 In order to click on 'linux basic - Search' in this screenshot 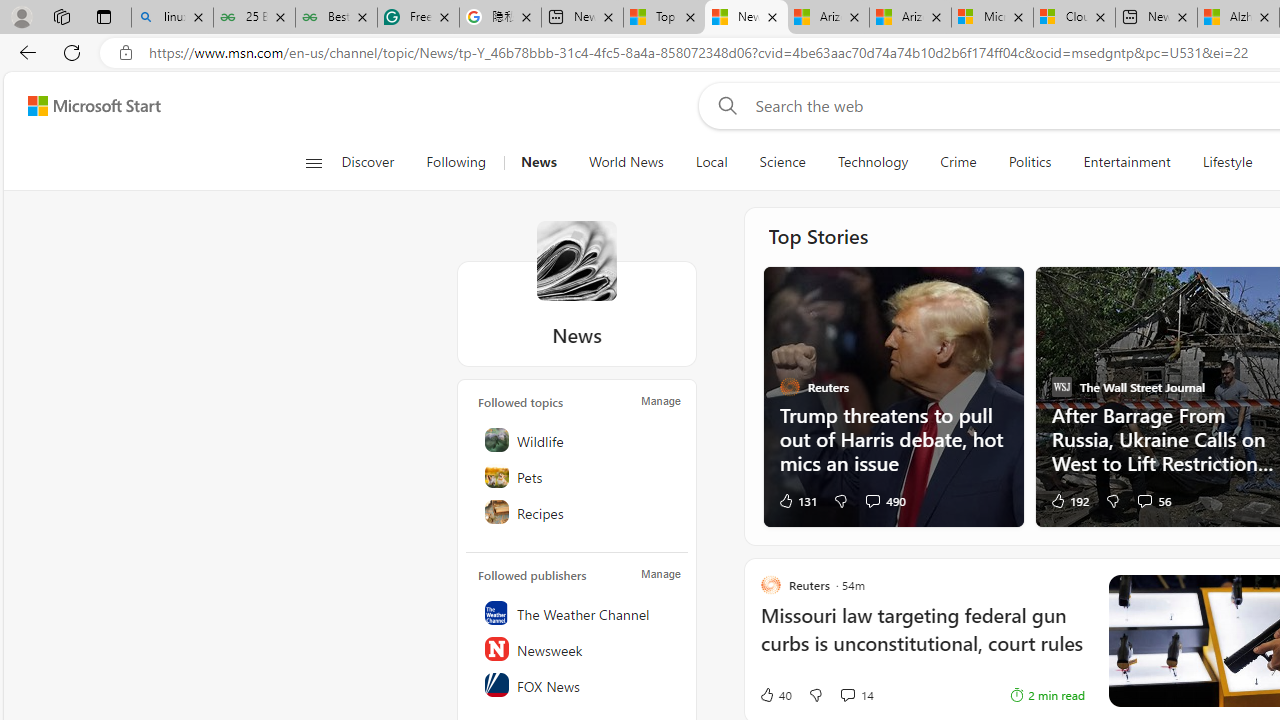, I will do `click(172, 17)`.